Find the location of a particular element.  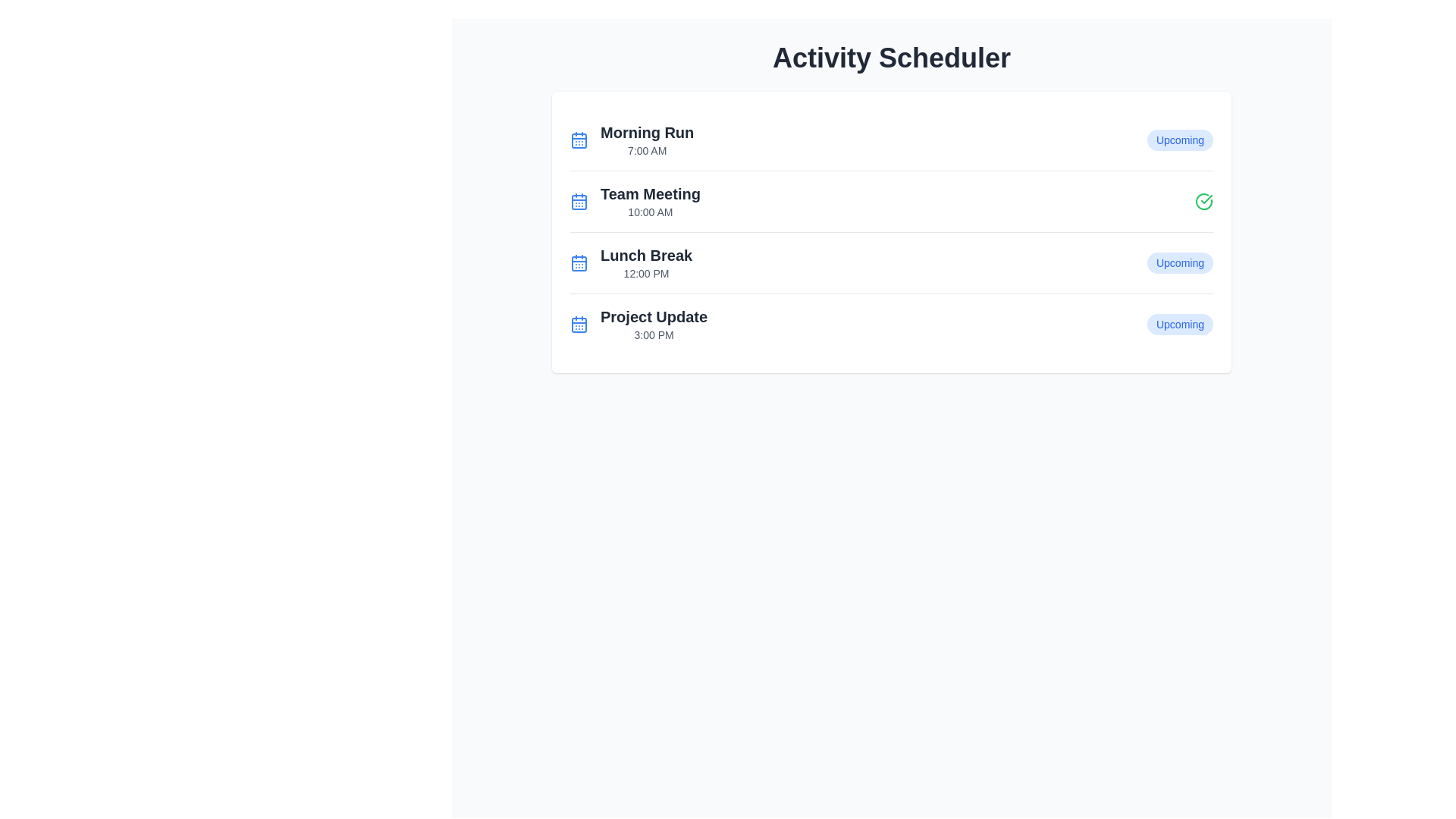

the 'Lunch Break' scheduled activity list item in the 'Activity Scheduler' is located at coordinates (892, 262).